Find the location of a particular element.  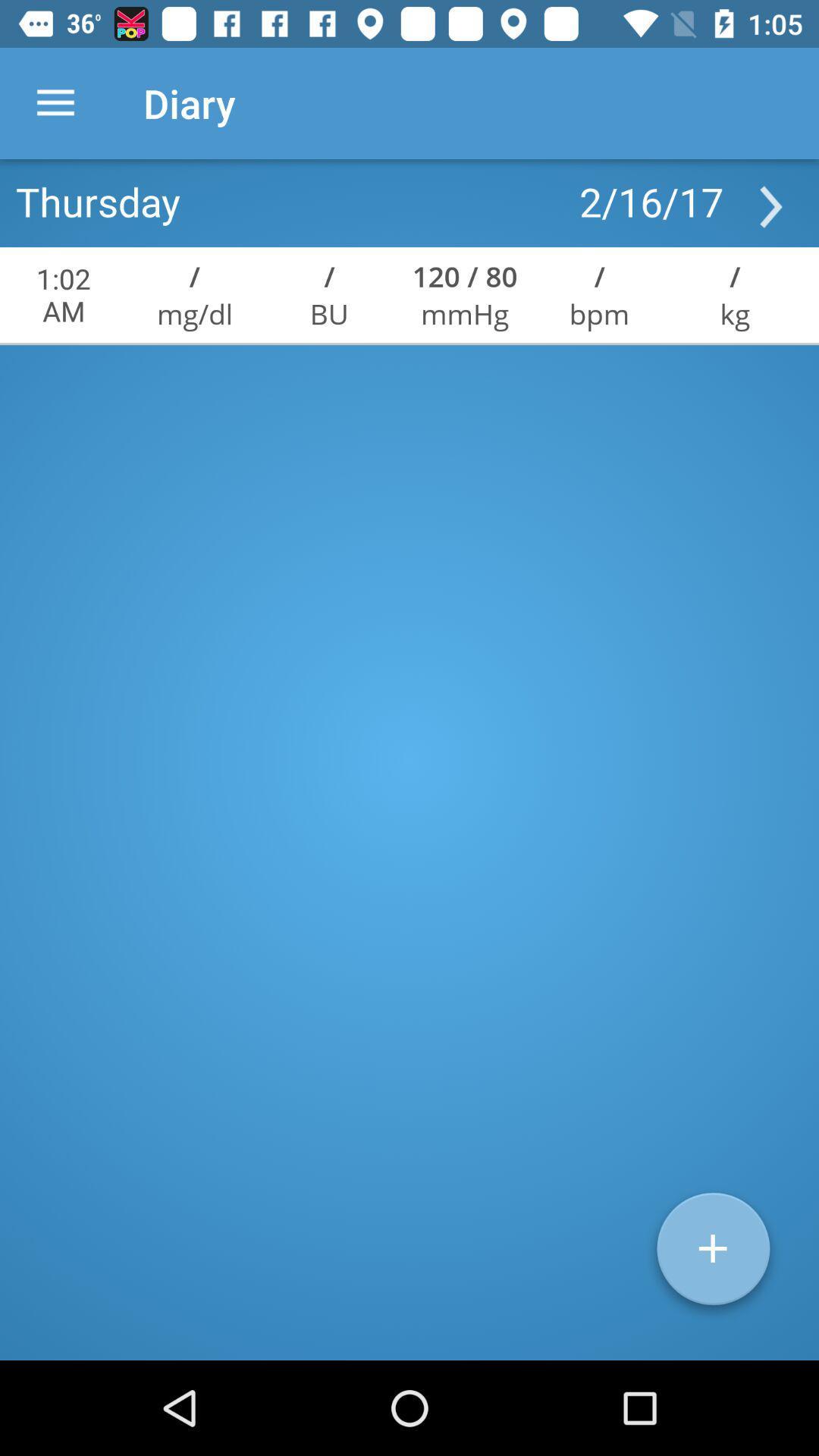

icon above the 1:02 is located at coordinates (98, 200).